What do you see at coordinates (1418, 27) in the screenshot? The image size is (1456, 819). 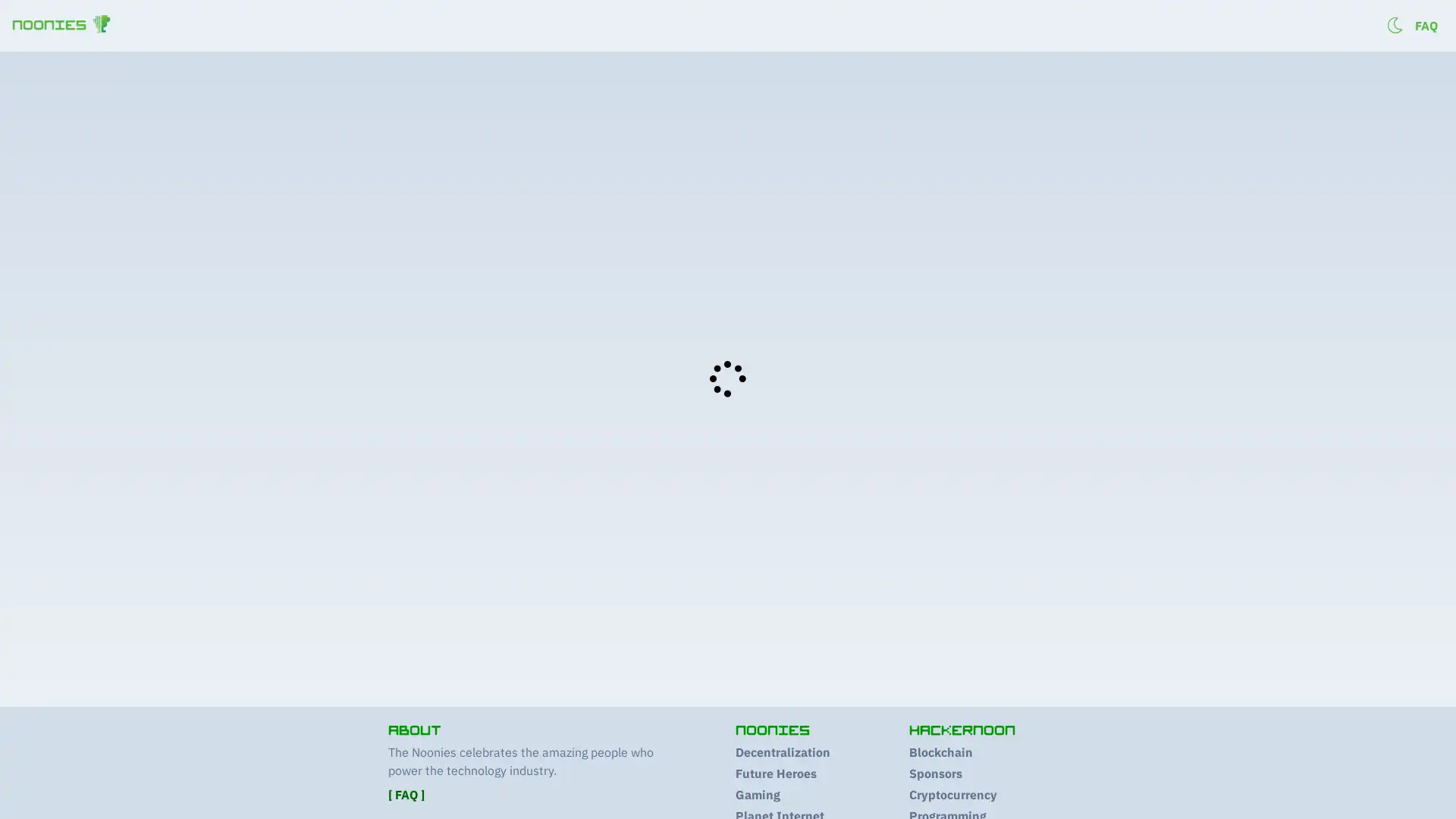 I see `Log in` at bounding box center [1418, 27].